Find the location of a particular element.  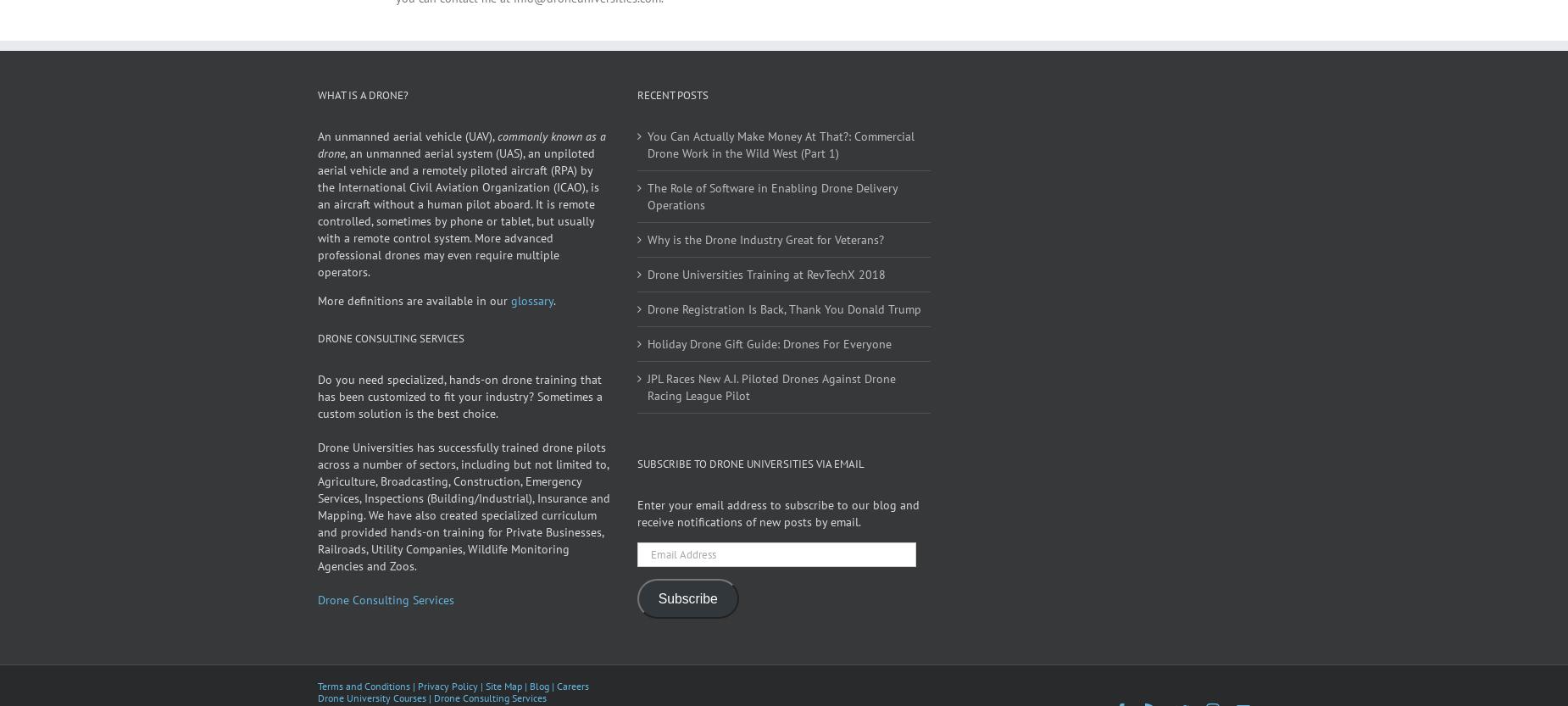

'What is a Drone?' is located at coordinates (362, 118).